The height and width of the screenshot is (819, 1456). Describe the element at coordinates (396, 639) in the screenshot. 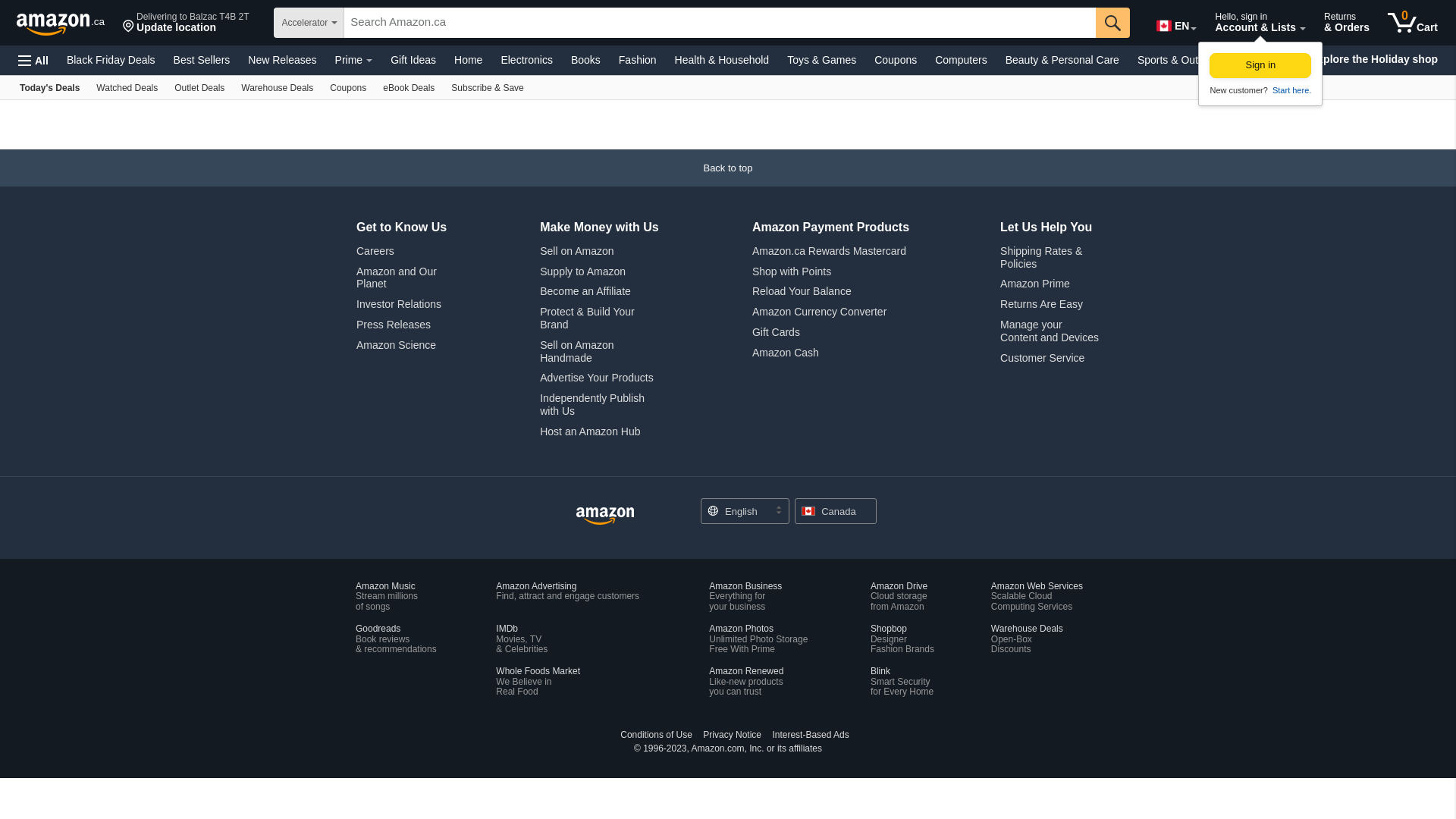

I see `'Goodreads` at that location.